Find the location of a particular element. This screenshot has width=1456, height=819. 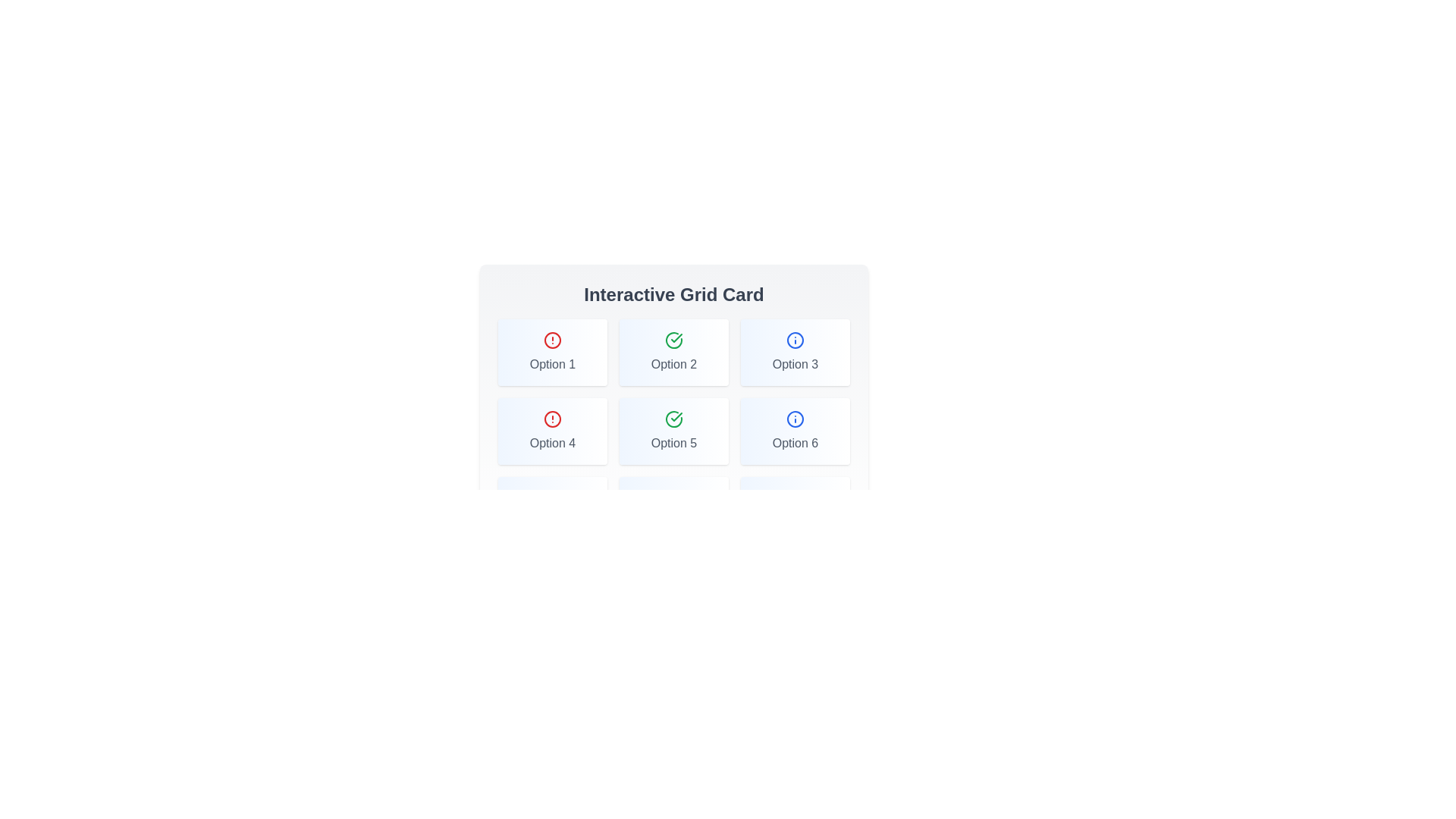

the text label displaying 'Option 1' in gray color located inside the first card of the grid, which has a subtle gradient background is located at coordinates (552, 365).